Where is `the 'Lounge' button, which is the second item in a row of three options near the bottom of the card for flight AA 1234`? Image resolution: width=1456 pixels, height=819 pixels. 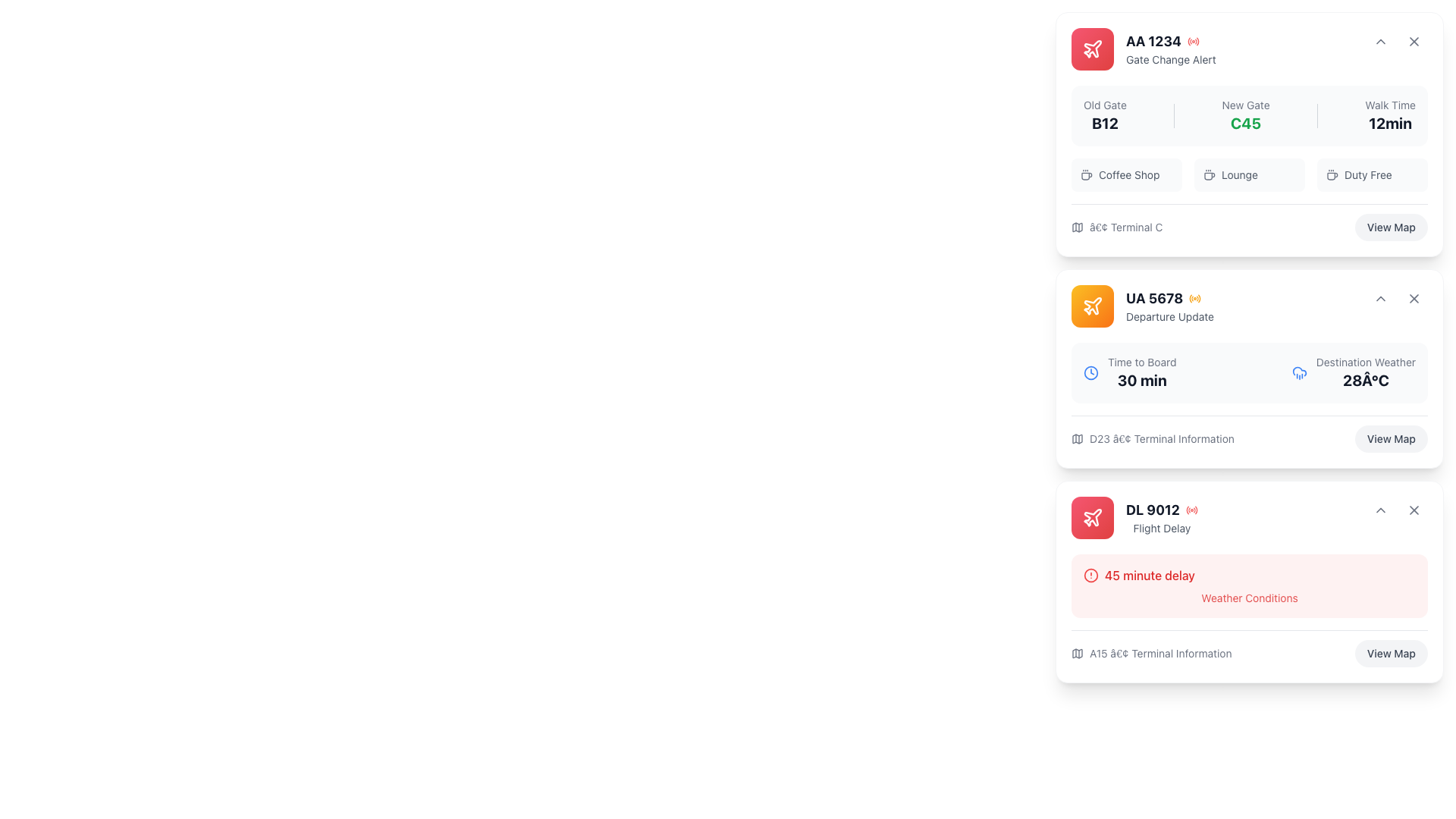 the 'Lounge' button, which is the second item in a row of three options near the bottom of the card for flight AA 1234 is located at coordinates (1249, 174).